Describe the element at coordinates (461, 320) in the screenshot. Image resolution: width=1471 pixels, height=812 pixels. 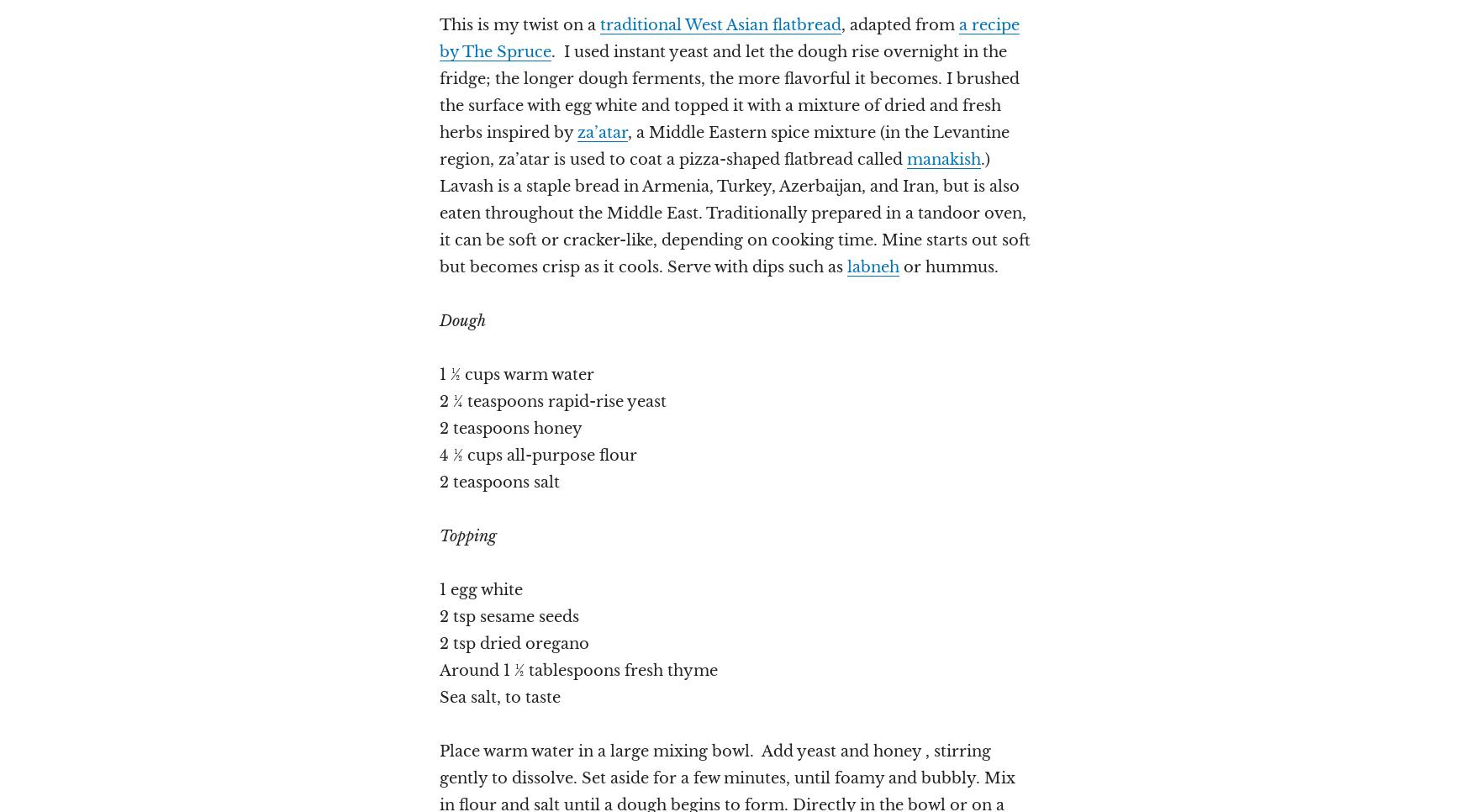
I see `'Dough'` at that location.